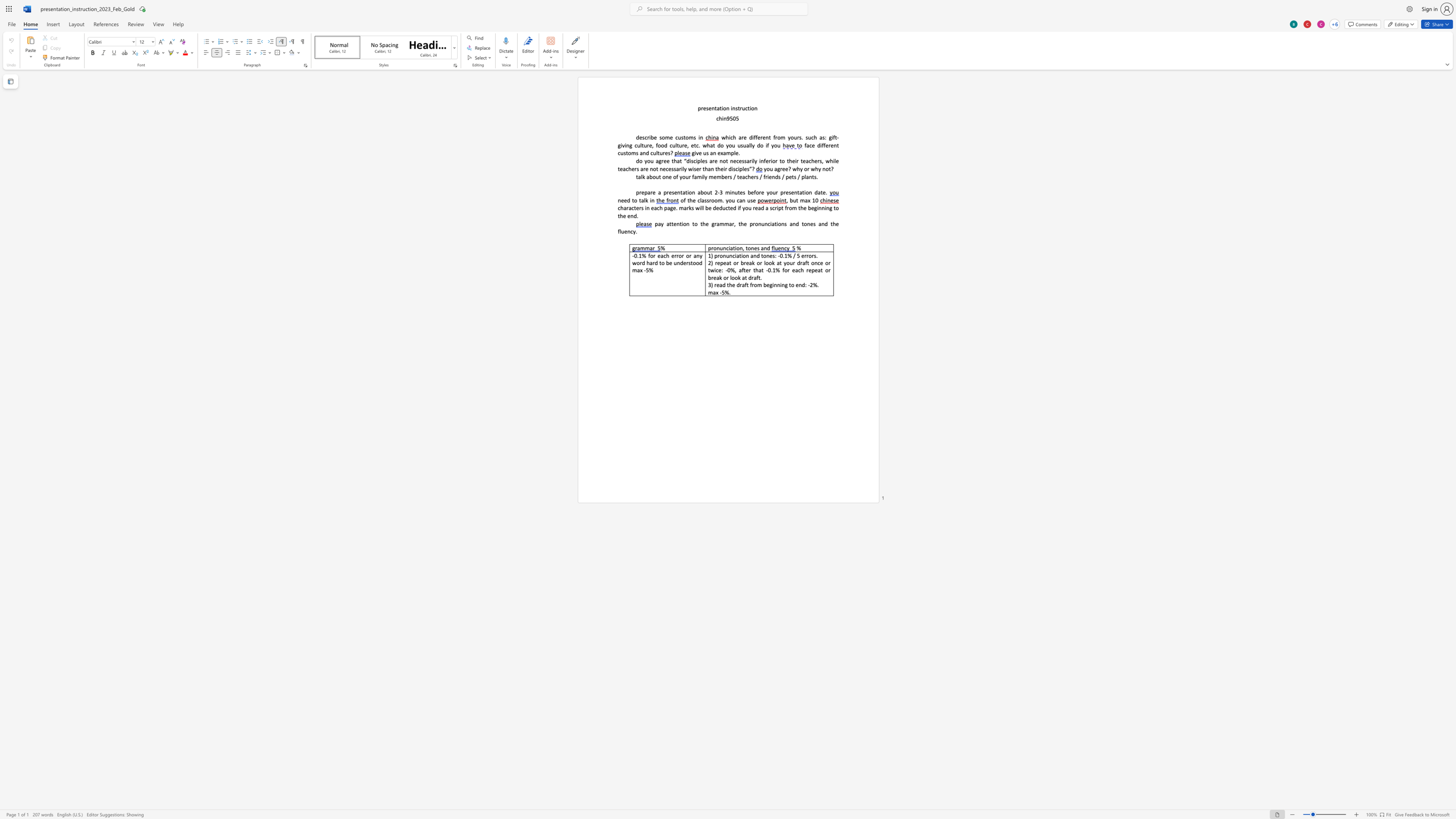 The width and height of the screenshot is (1456, 819). I want to click on the space between the continuous character "m" and "s" in the text, so click(693, 137).